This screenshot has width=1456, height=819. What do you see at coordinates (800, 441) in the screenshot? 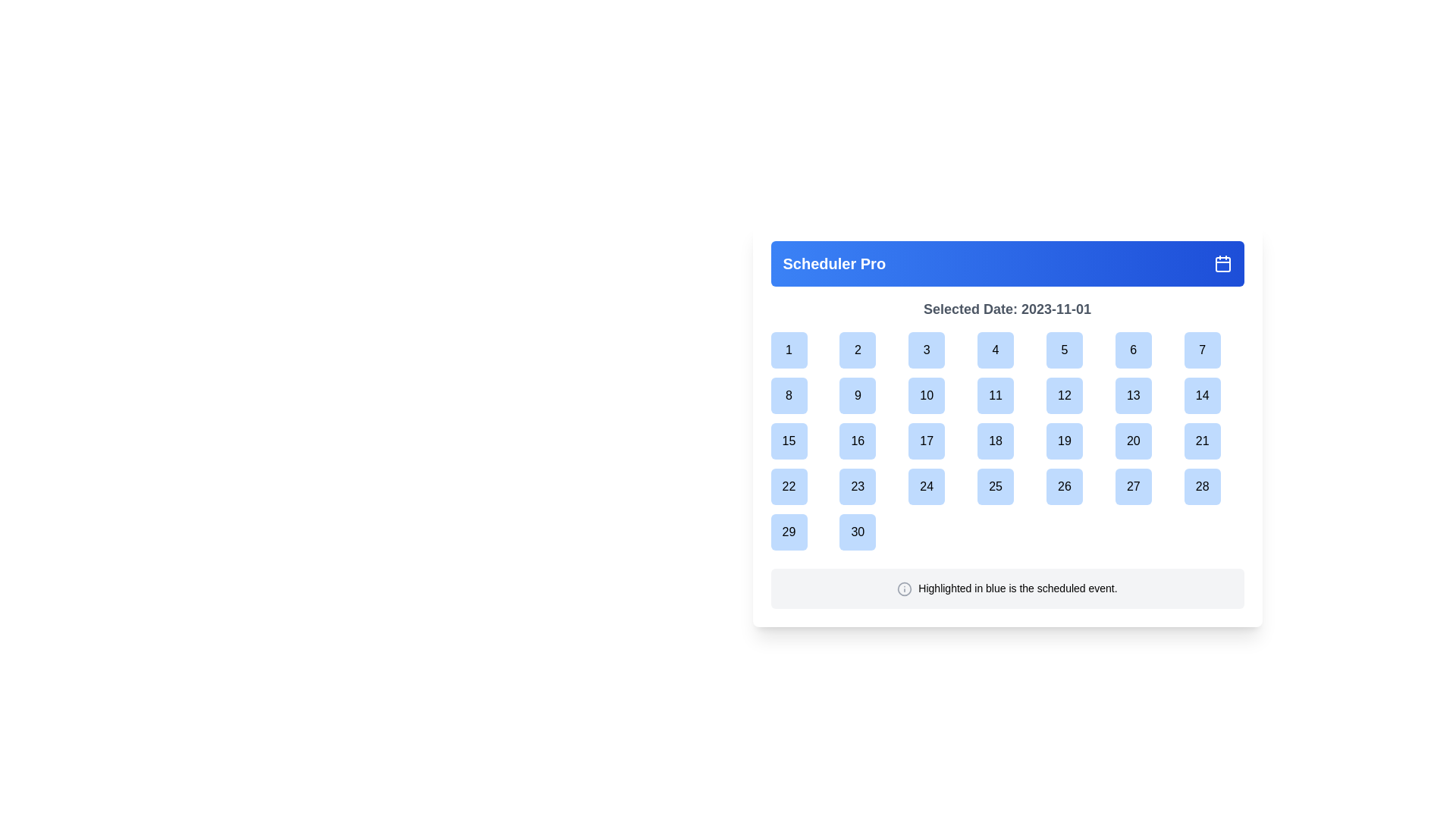
I see `the button representing the 15th day in the calendar view` at bounding box center [800, 441].